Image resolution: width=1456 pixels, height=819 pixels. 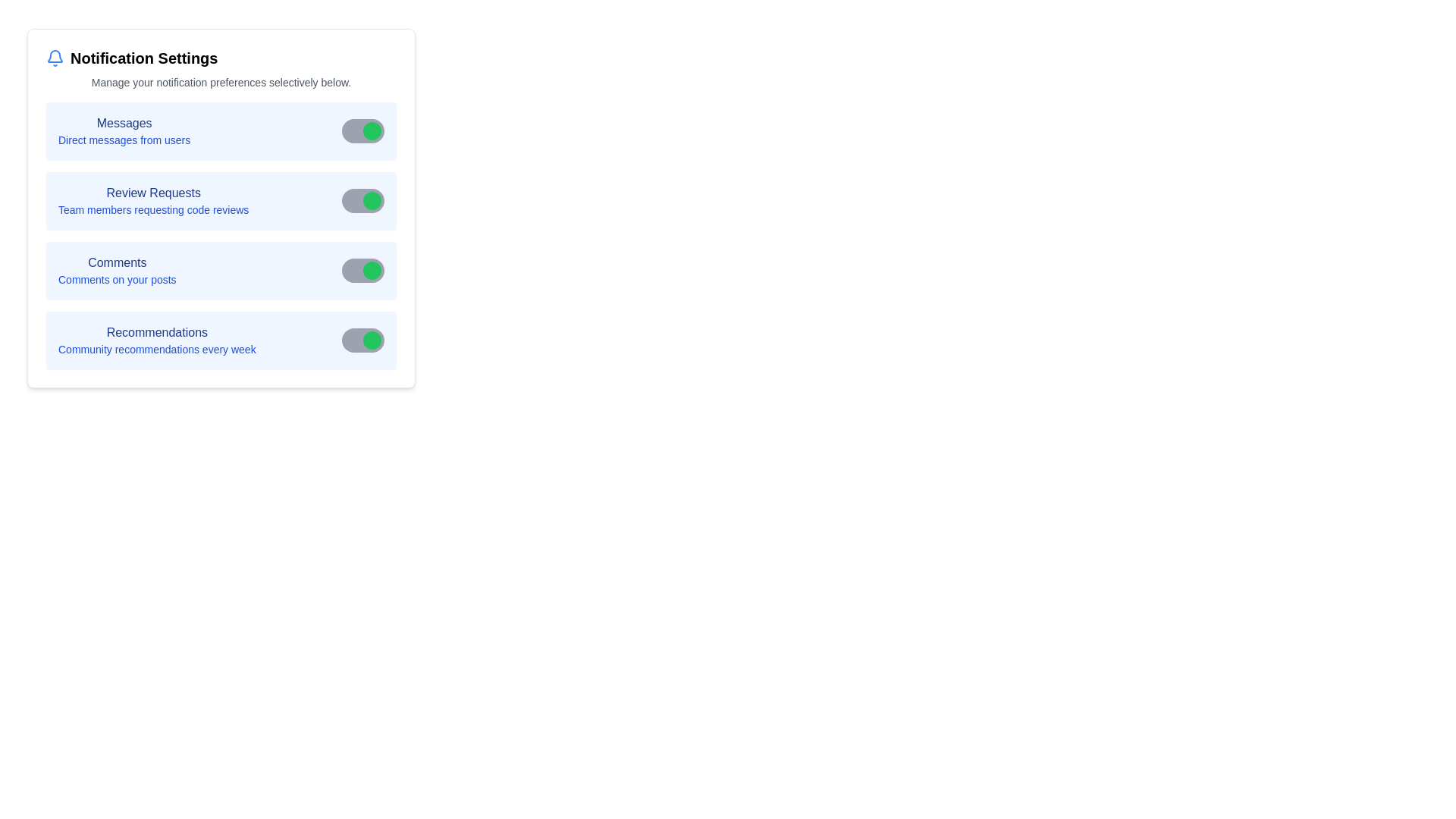 I want to click on the toggle switch in the second row of the notification settings panel for 'Review Requests' to switch it on or off, so click(x=362, y=200).